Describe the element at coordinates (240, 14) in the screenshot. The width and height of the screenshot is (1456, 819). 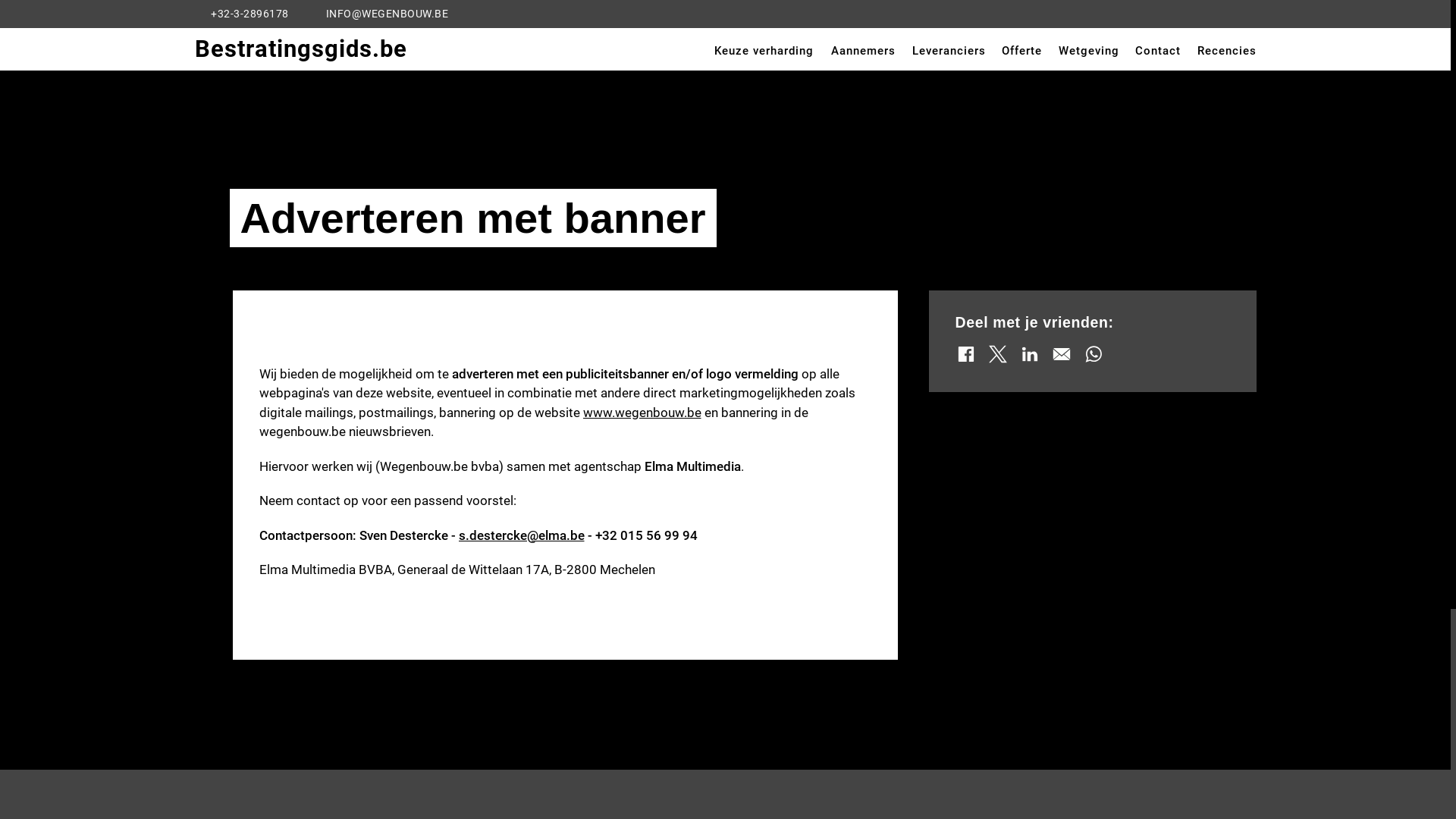
I see `'+32-3-2896178'` at that location.